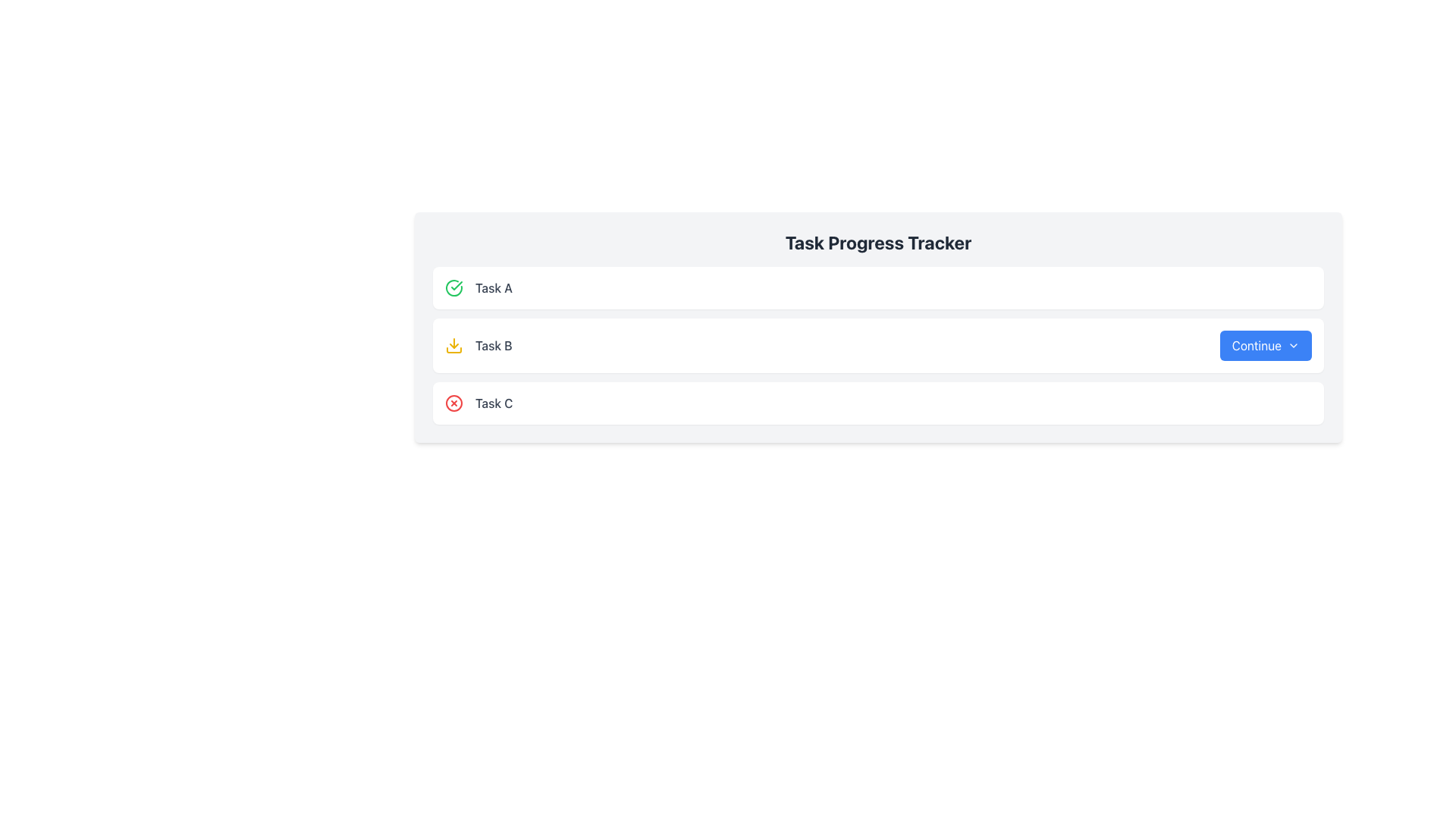  I want to click on to select the 'Task A' status label with the green checkmark icon, which indicates that the task is completed. This element is the first entry in a vertical list of tasks, so click(478, 288).